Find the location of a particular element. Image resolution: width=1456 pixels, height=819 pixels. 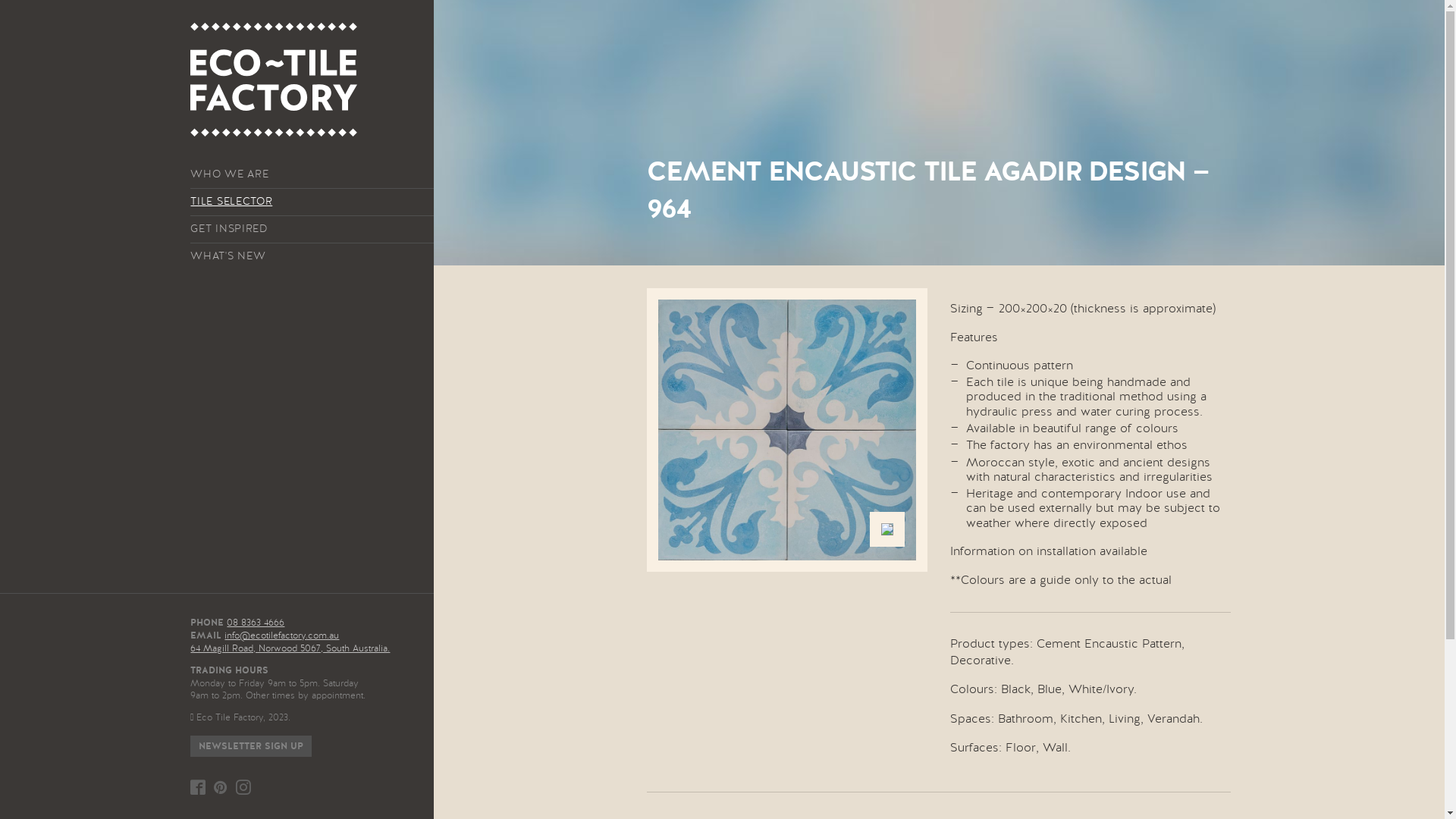

'WHO WE ARE' is located at coordinates (311, 174).